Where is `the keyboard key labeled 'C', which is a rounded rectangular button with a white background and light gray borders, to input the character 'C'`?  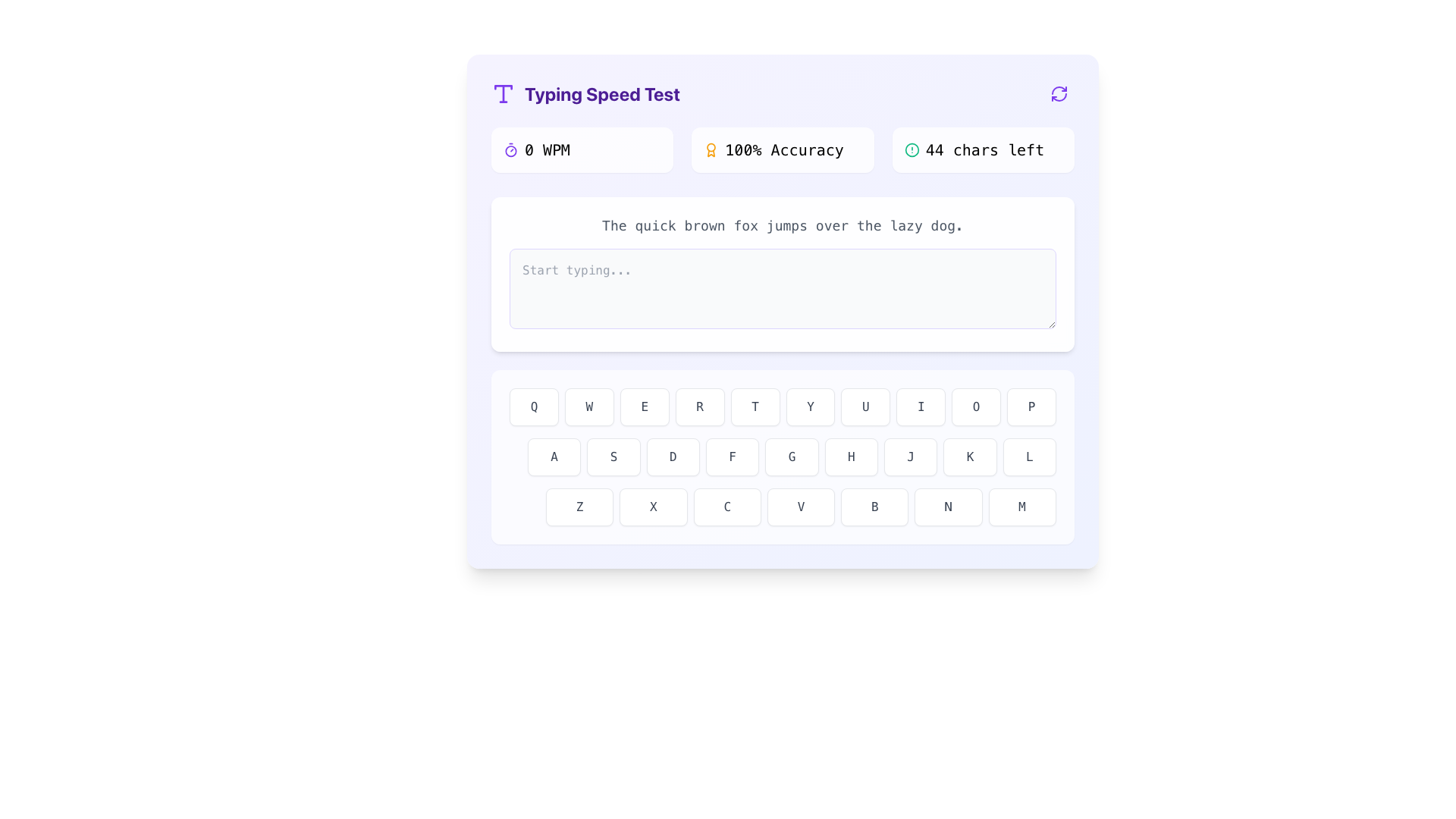
the keyboard key labeled 'C', which is a rounded rectangular button with a white background and light gray borders, to input the character 'C' is located at coordinates (726, 507).